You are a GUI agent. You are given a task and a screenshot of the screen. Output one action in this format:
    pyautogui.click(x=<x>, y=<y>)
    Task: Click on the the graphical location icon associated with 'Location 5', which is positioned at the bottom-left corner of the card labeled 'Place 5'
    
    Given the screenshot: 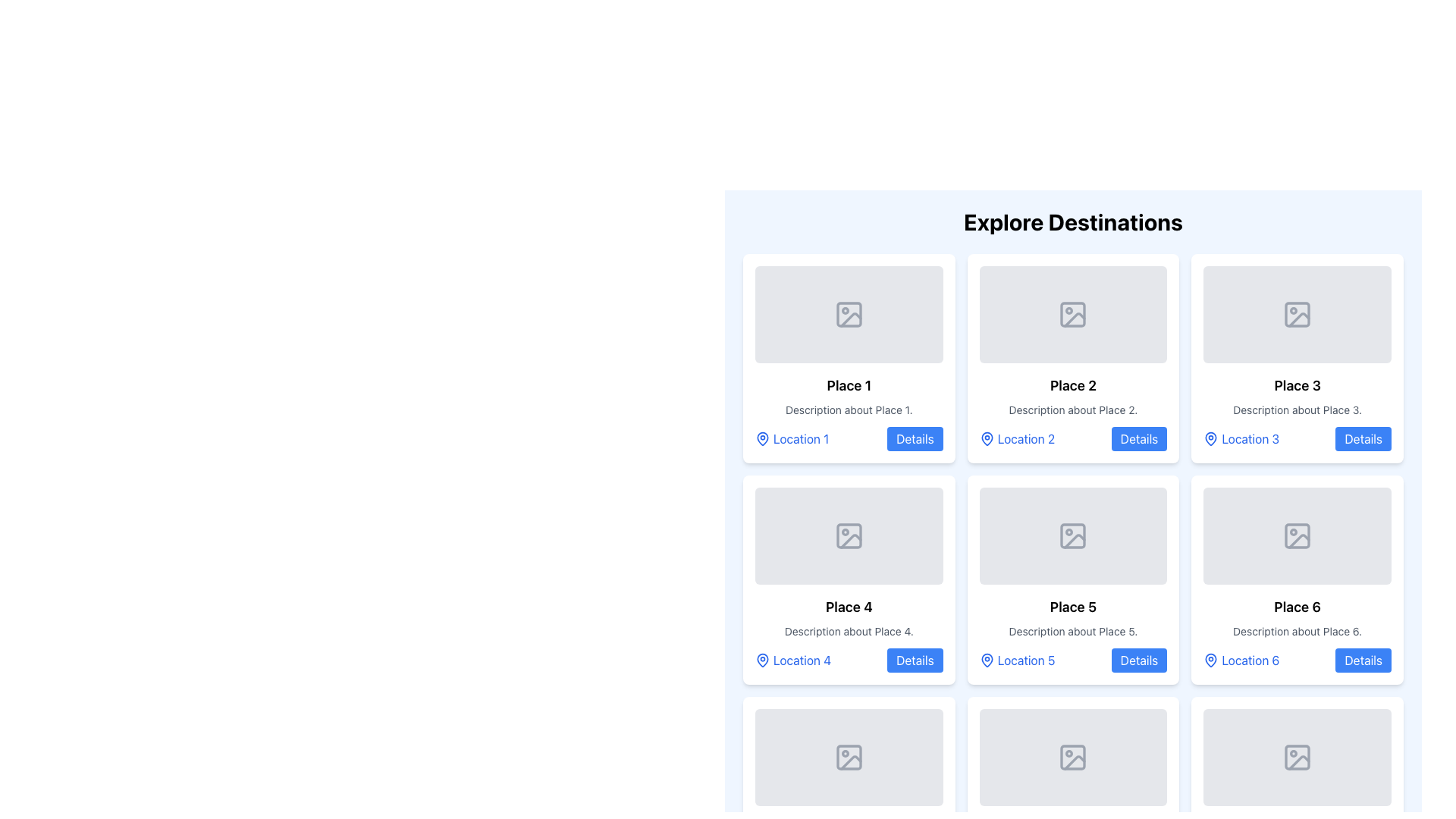 What is the action you would take?
    pyautogui.click(x=987, y=660)
    